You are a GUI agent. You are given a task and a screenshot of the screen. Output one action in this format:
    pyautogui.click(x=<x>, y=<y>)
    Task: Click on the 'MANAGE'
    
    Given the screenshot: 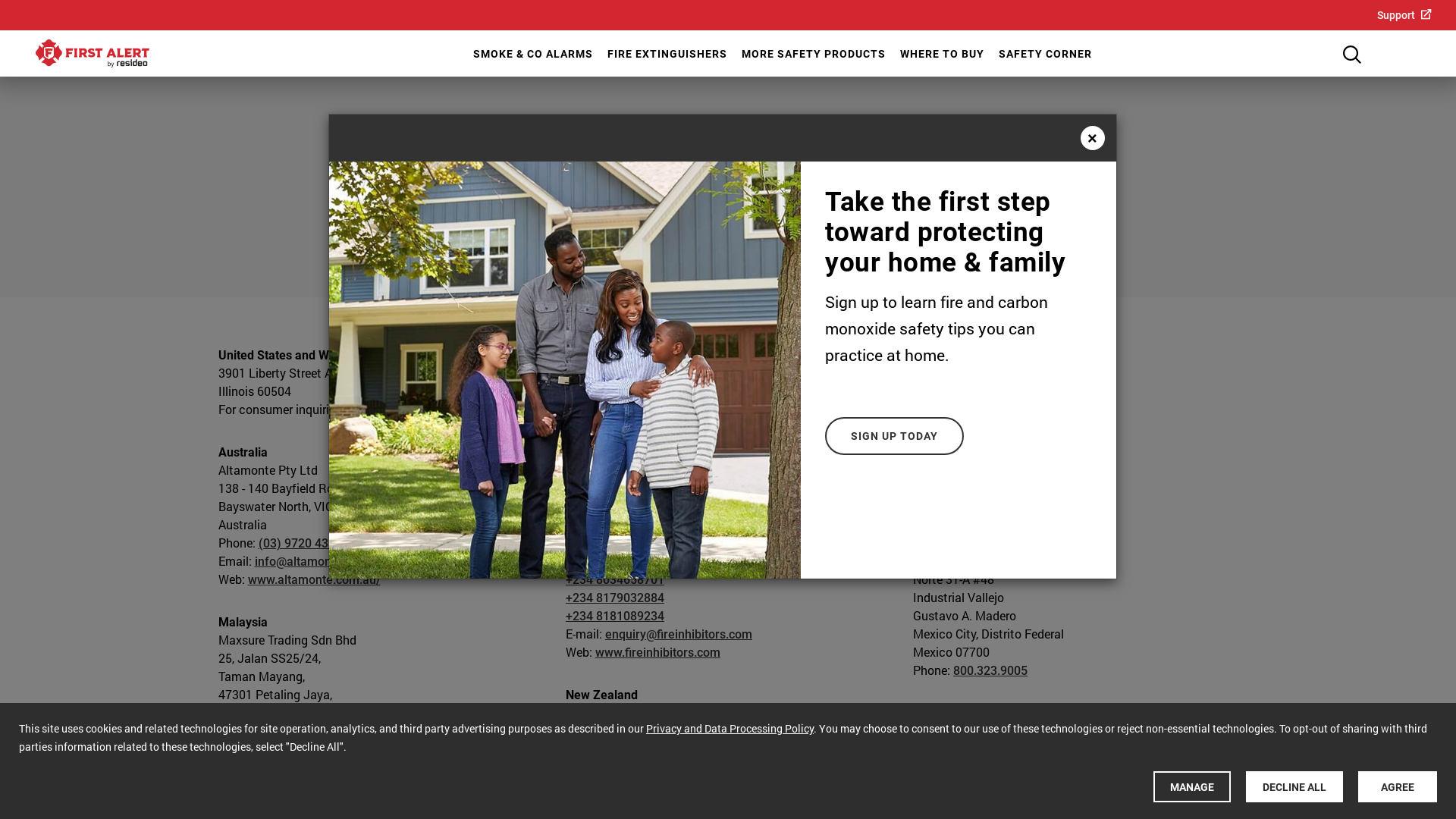 What is the action you would take?
    pyautogui.click(x=1191, y=786)
    